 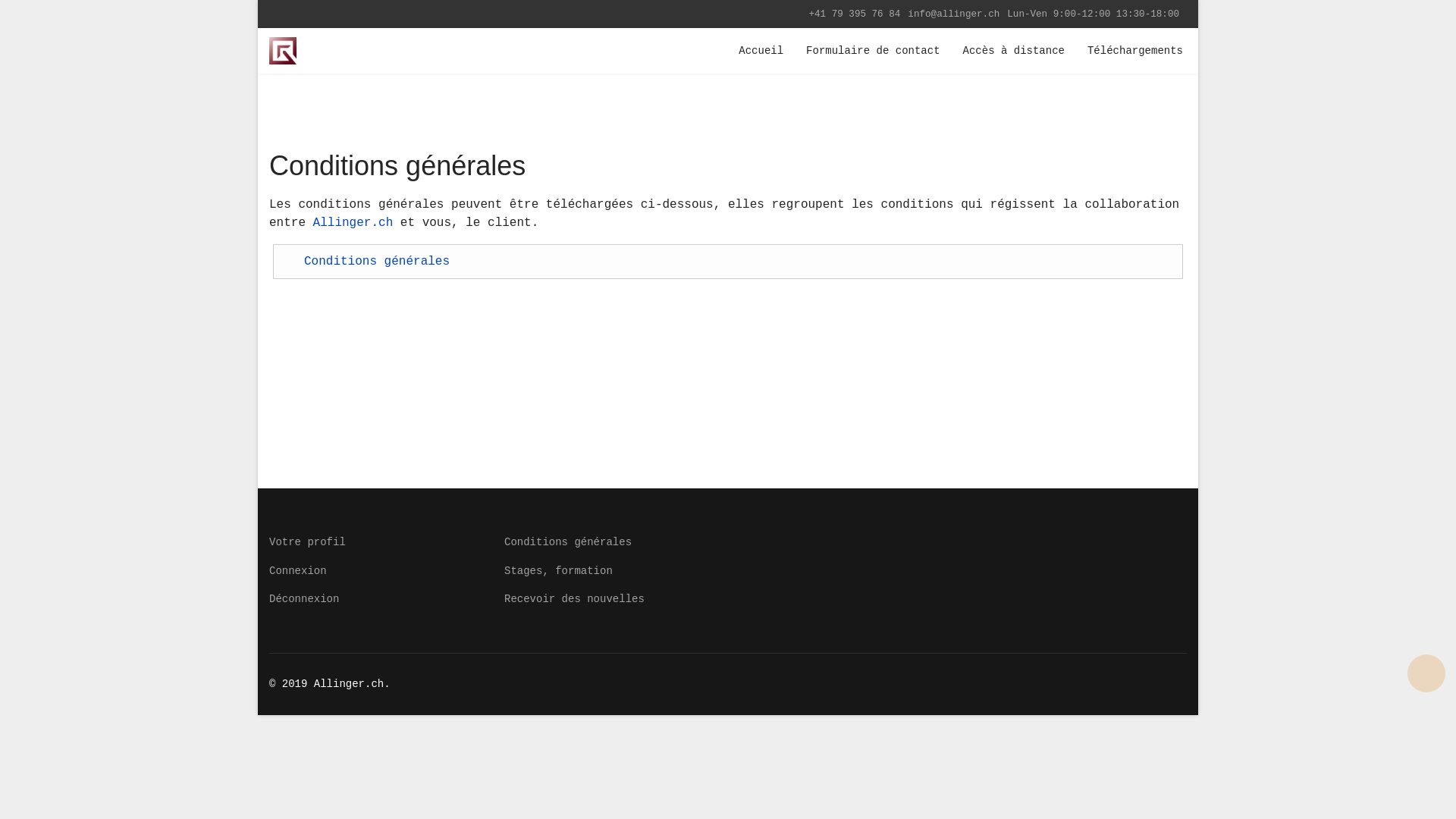 I want to click on 'Formulaire de contact', so click(x=873, y=49).